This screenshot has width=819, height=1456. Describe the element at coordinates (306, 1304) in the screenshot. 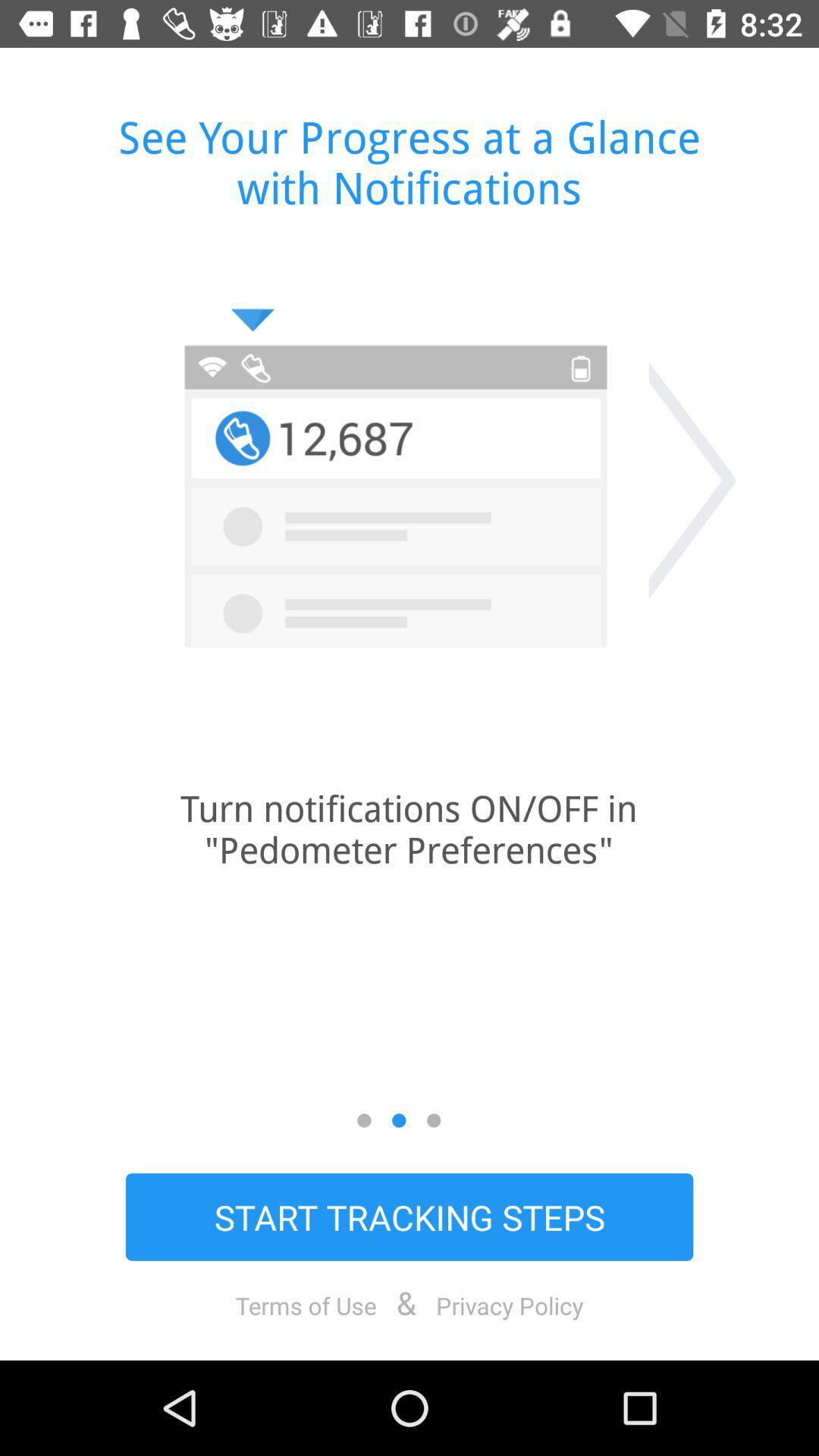

I see `the item to the left of the &` at that location.